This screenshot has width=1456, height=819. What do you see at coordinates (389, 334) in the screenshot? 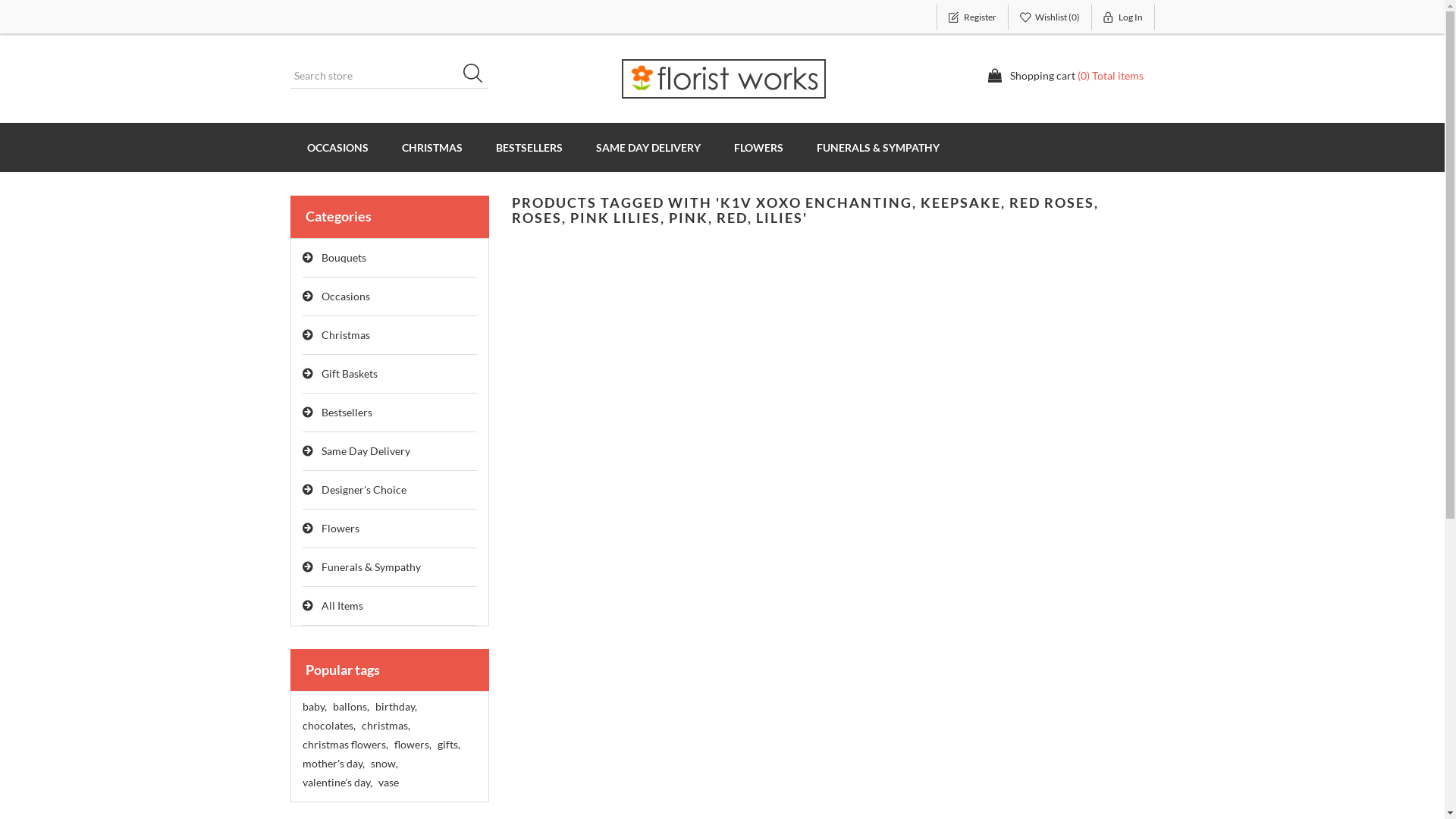
I see `'Christmas'` at bounding box center [389, 334].